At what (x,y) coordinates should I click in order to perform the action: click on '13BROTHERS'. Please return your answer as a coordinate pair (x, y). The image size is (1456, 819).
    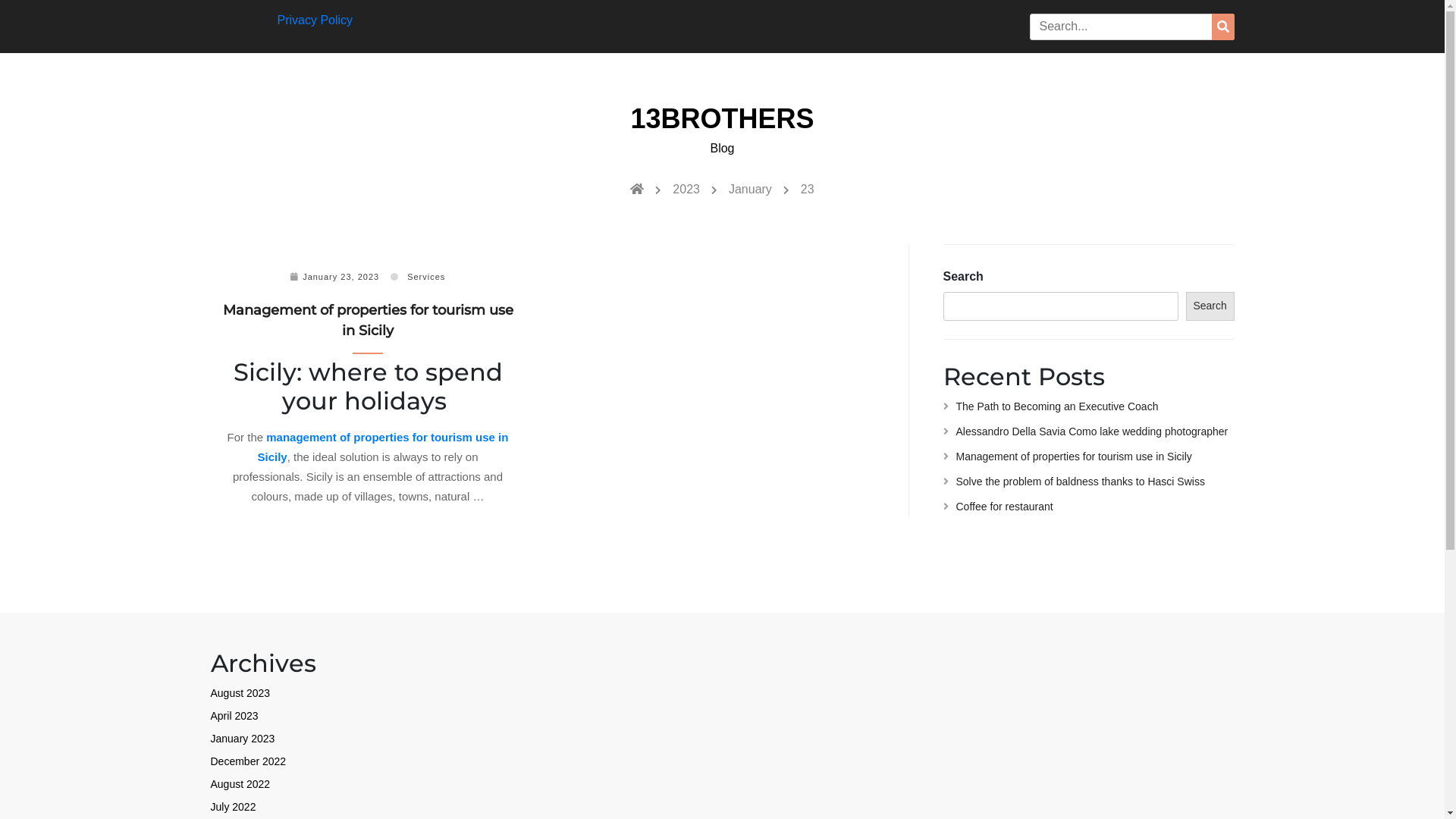
    Looking at the image, I should click on (720, 118).